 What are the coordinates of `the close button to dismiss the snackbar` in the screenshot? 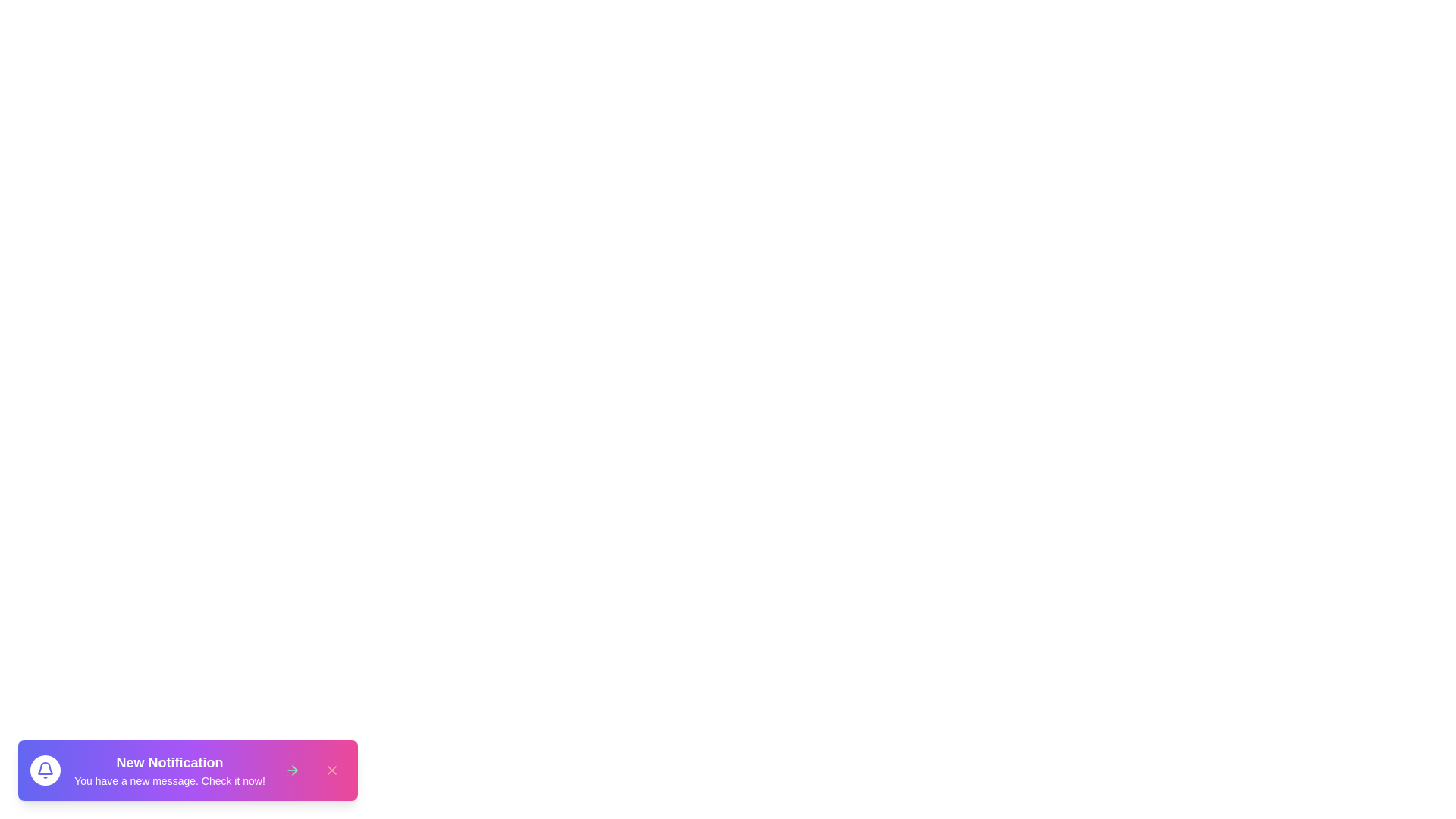 It's located at (331, 770).